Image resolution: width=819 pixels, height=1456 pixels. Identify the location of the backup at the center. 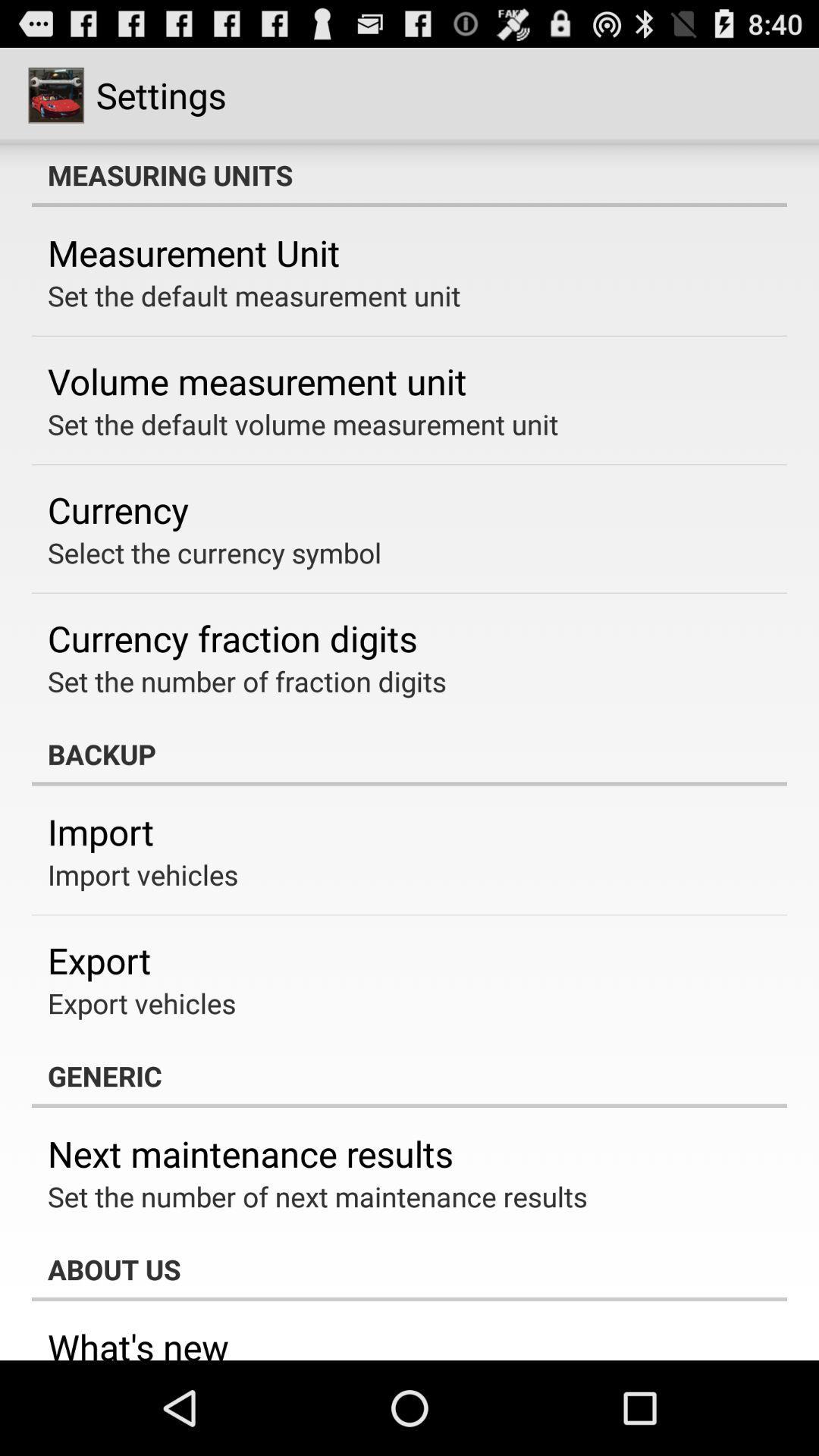
(409, 754).